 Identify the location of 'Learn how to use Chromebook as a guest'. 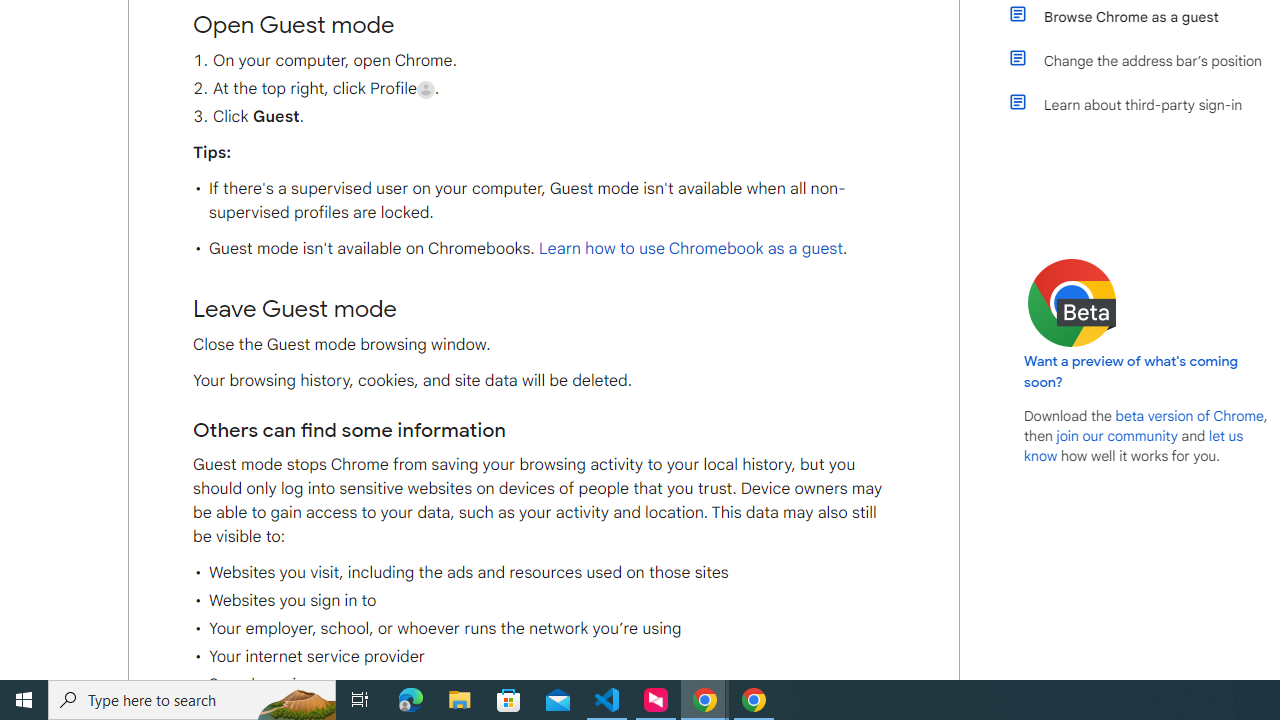
(690, 248).